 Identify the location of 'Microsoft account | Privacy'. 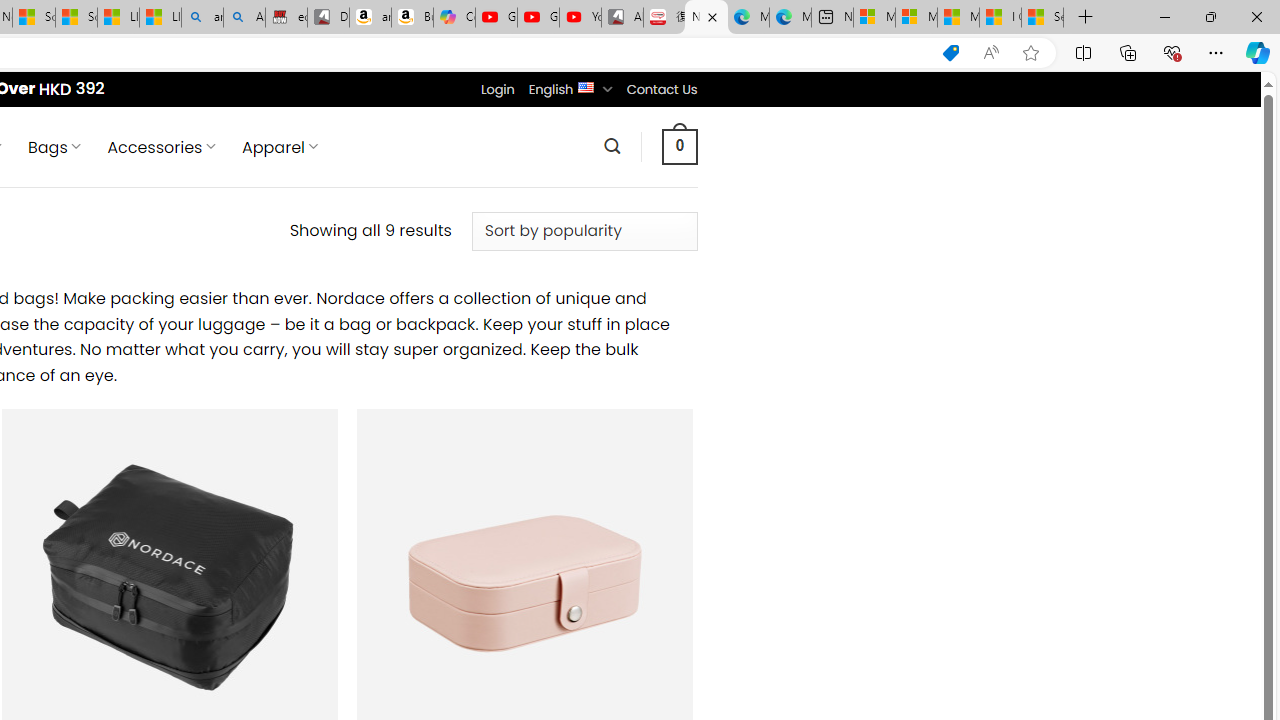
(915, 17).